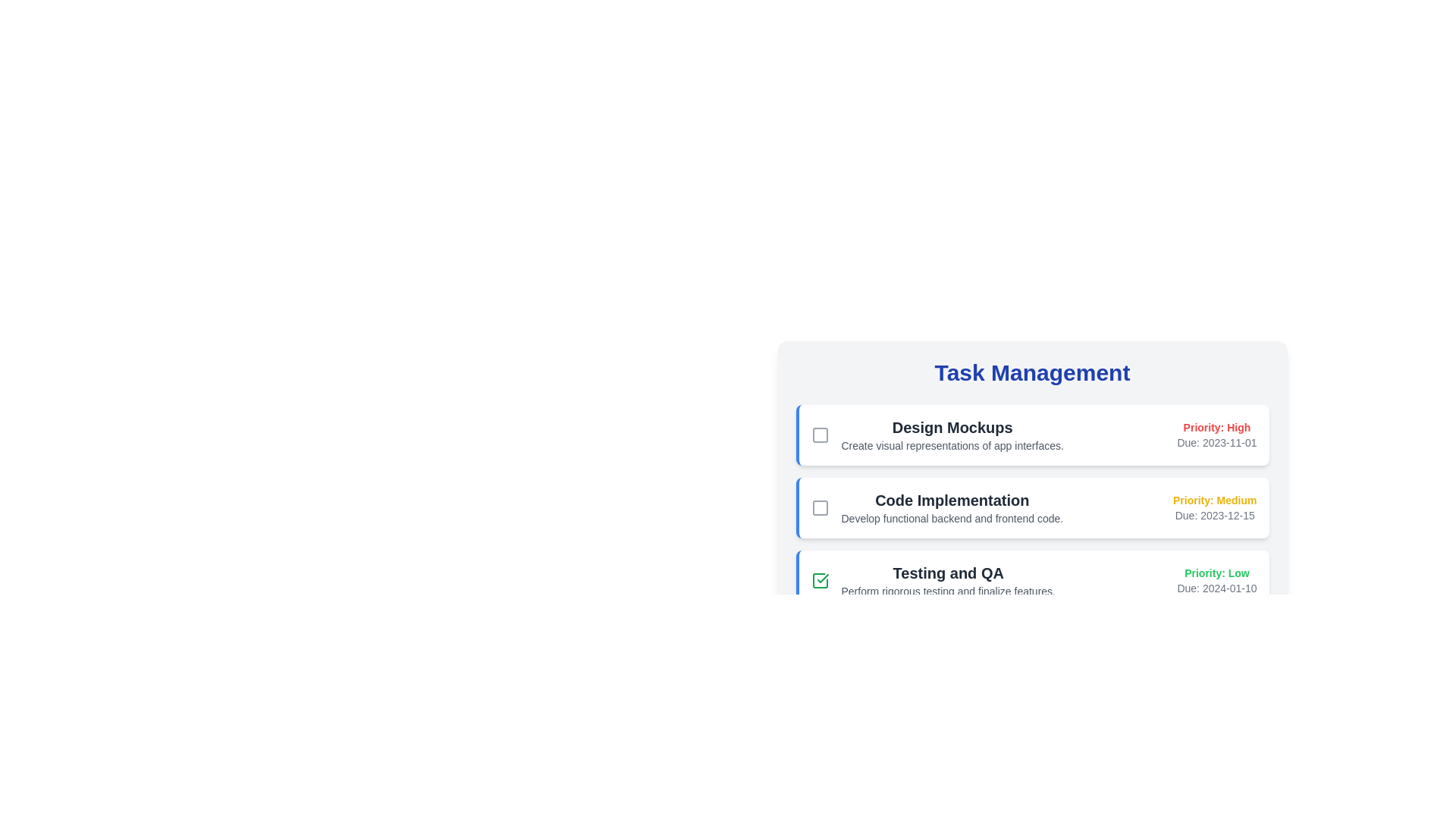  I want to click on the status button located in the top-left corner of the second task item in the vertical list, so click(819, 508).